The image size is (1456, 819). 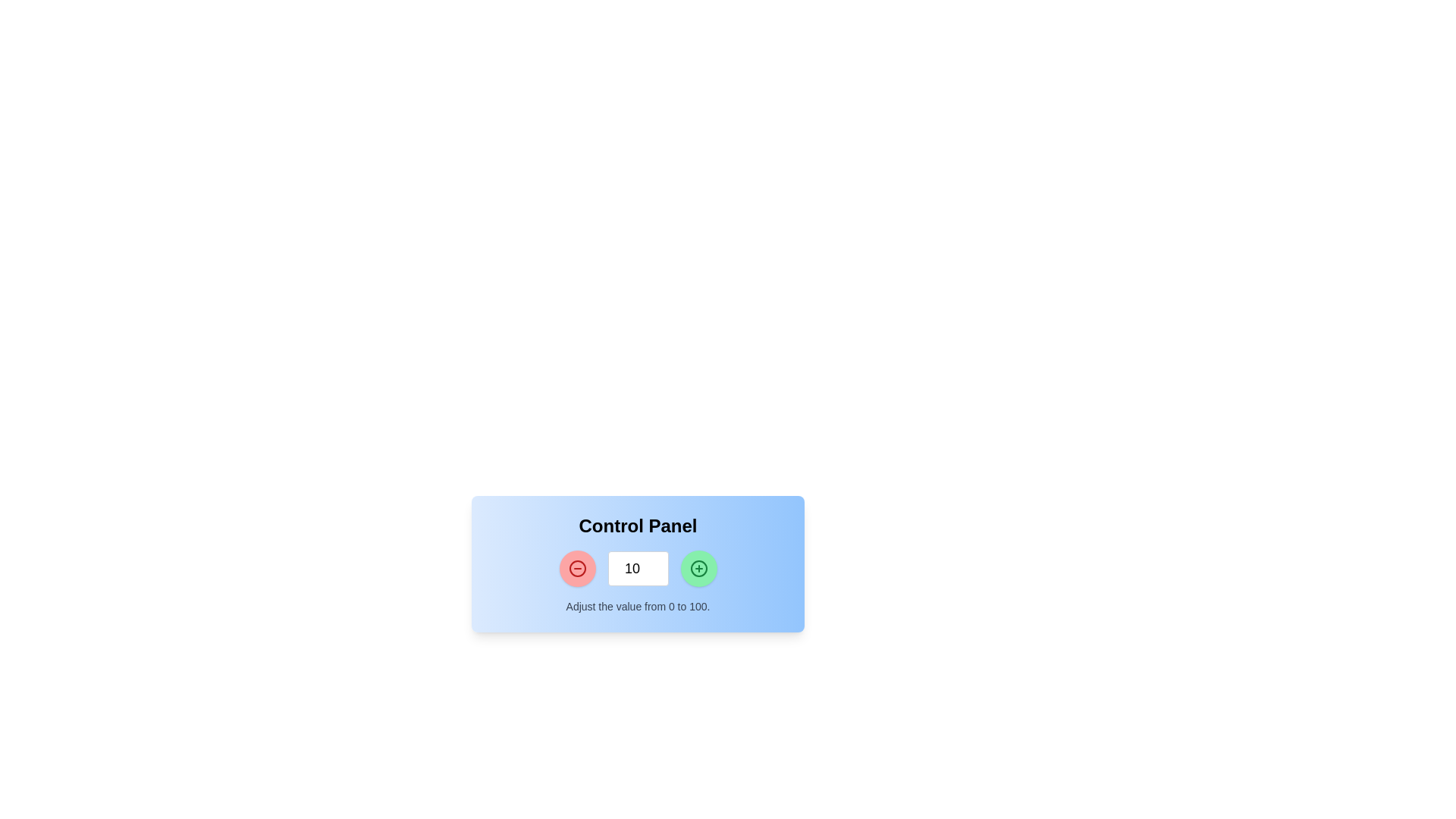 I want to click on the SVG Circle Element on the control panel interface to decrement the value in the adjacent input field, so click(x=576, y=568).